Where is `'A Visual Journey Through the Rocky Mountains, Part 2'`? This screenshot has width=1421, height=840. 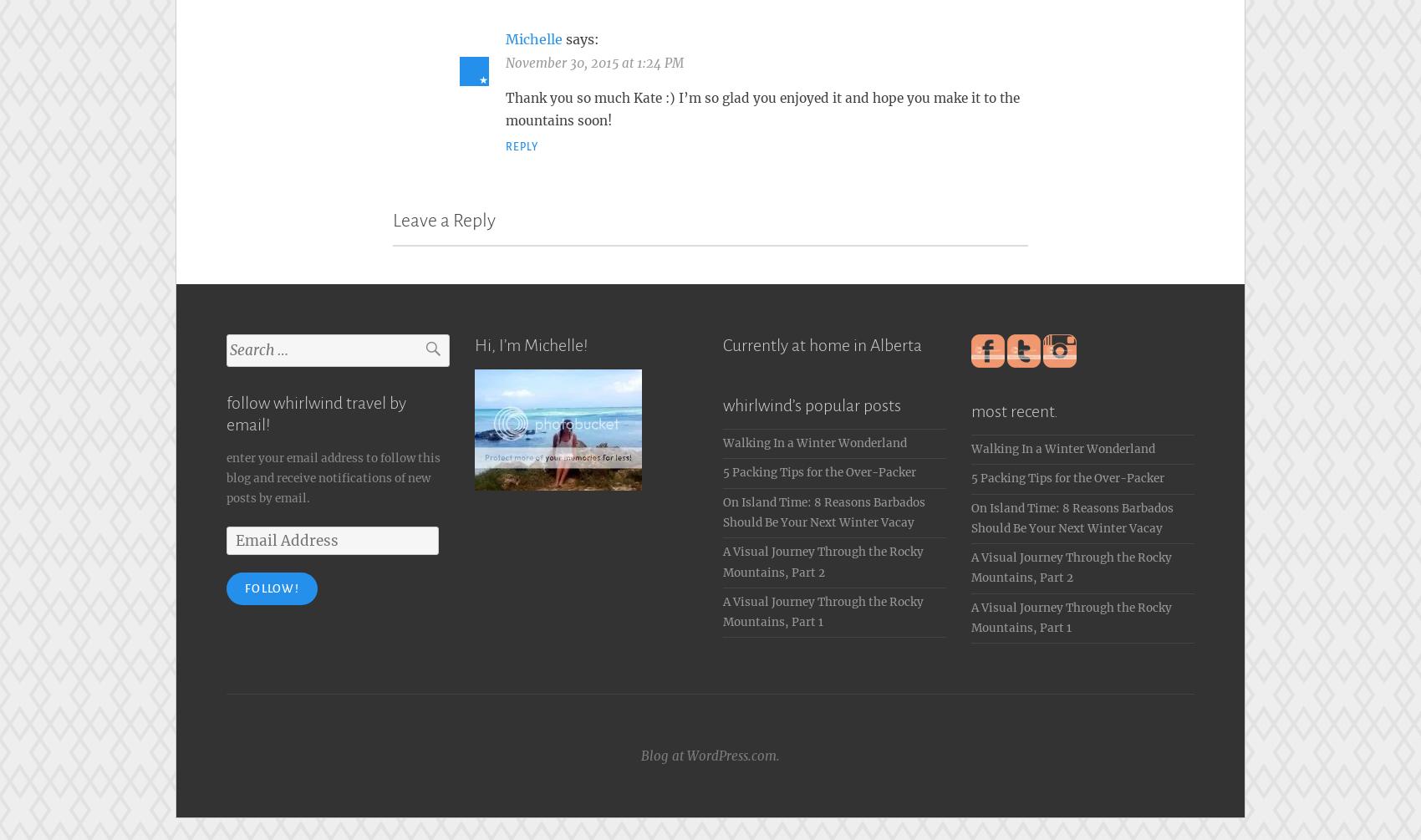
'A Visual Journey Through the Rocky Mountains, Part 2' is located at coordinates (1071, 563).